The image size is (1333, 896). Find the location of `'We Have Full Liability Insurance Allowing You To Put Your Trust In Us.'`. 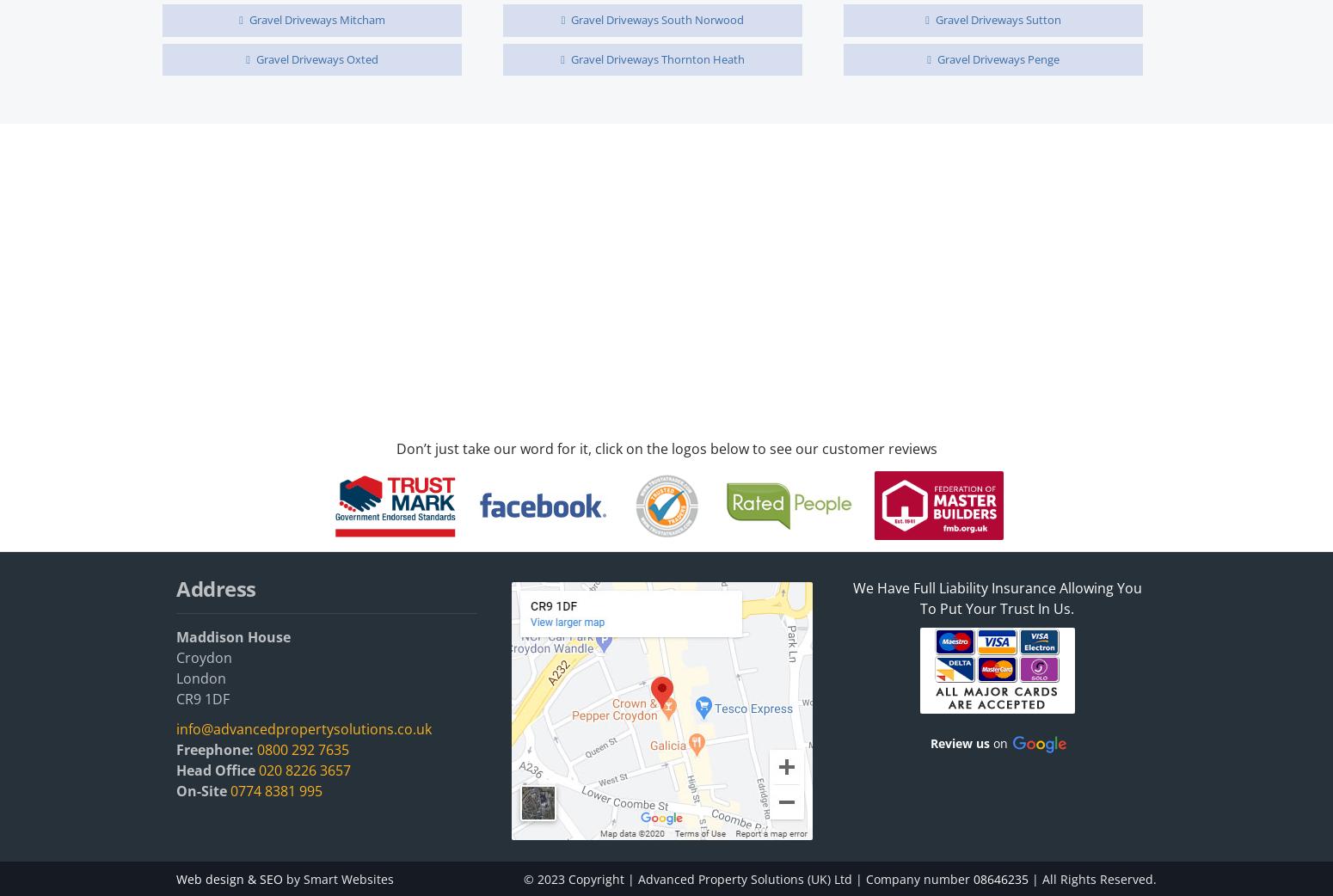

'We Have Full Liability Insurance Allowing You To Put Your Trust In Us.' is located at coordinates (995, 597).